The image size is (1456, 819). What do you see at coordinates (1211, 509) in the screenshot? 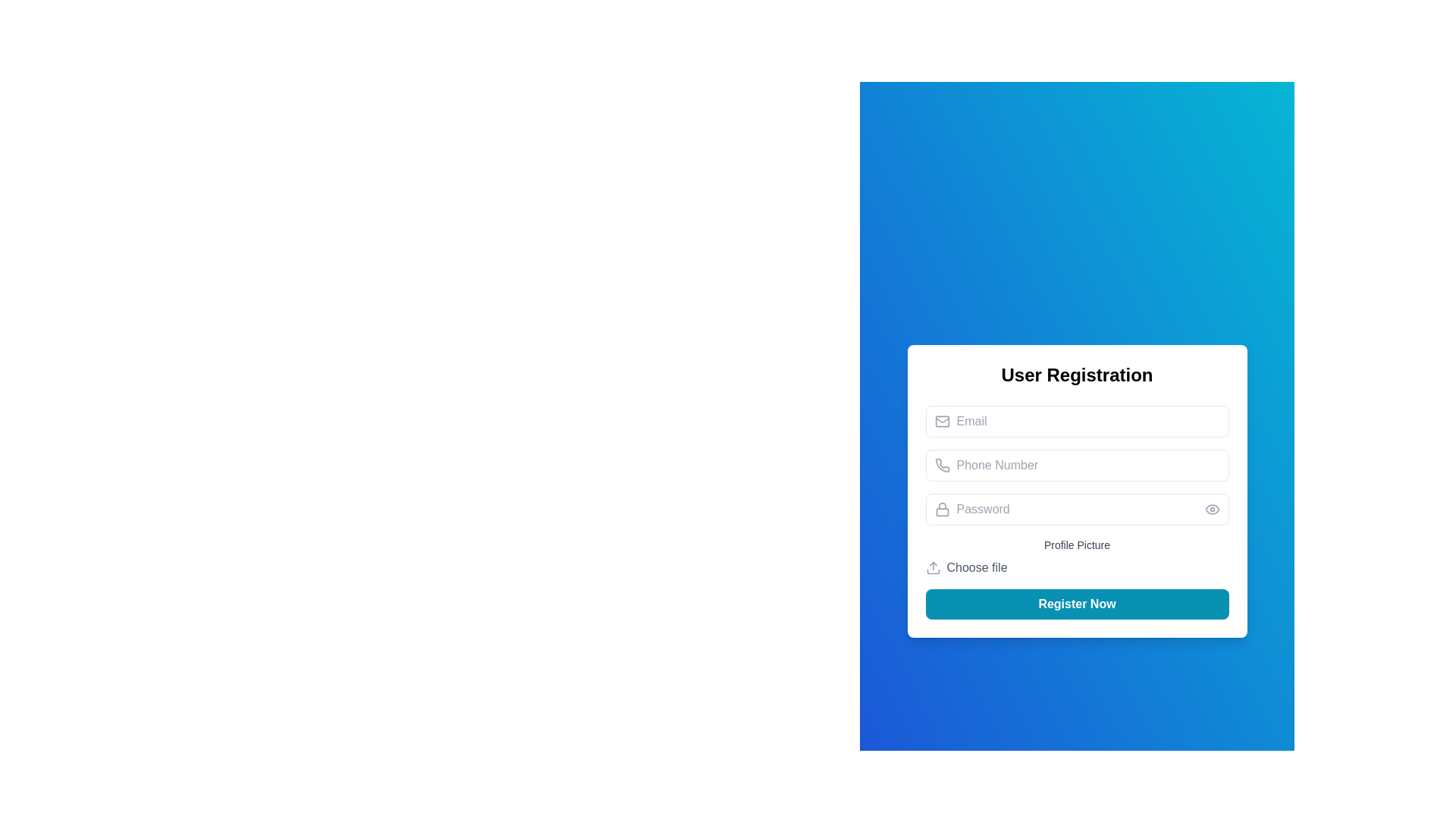
I see `the visibility toggle button located to the far right of the password input field` at bounding box center [1211, 509].